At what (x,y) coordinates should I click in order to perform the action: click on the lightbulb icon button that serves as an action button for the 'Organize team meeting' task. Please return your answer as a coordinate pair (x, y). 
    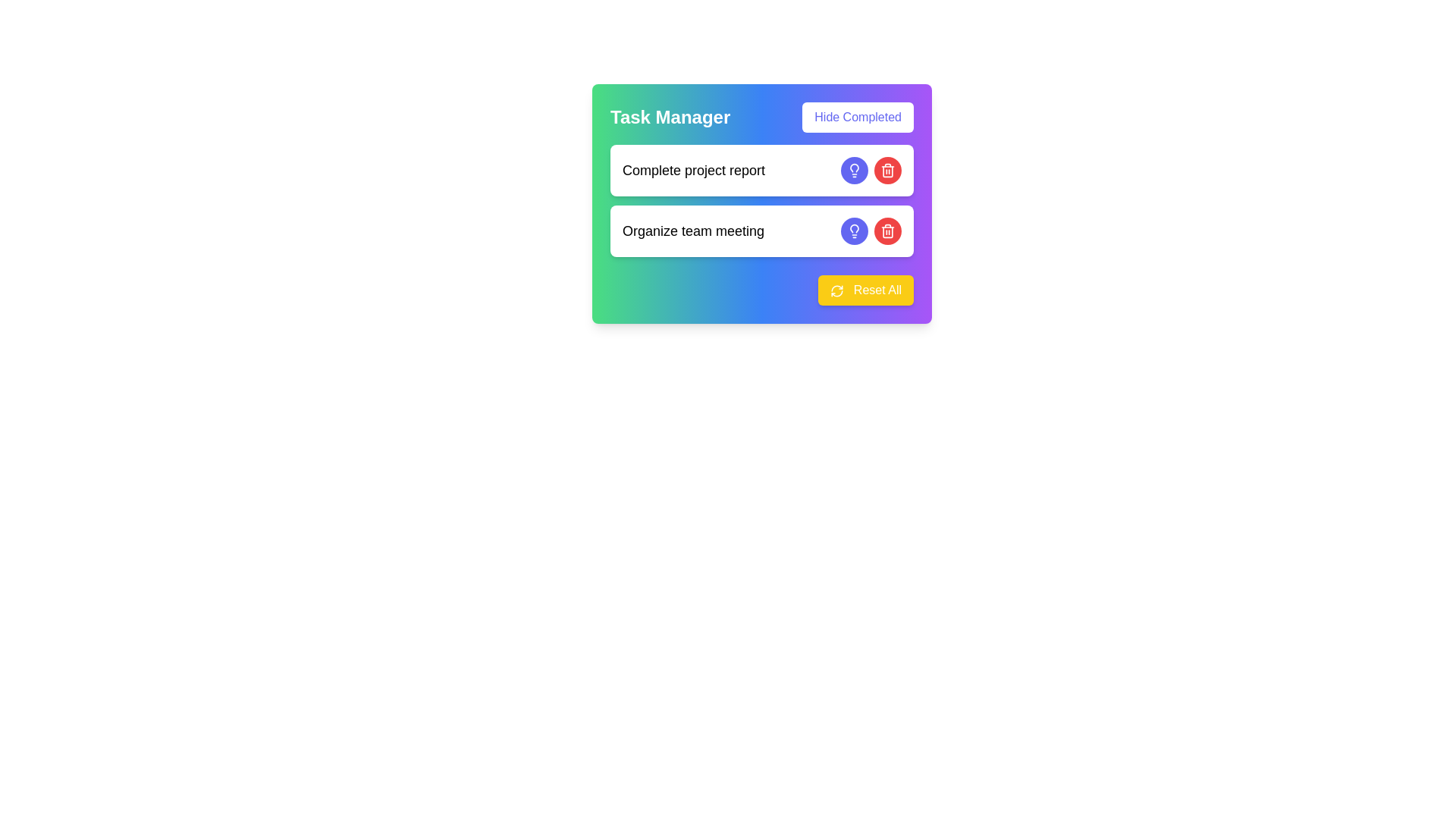
    Looking at the image, I should click on (855, 231).